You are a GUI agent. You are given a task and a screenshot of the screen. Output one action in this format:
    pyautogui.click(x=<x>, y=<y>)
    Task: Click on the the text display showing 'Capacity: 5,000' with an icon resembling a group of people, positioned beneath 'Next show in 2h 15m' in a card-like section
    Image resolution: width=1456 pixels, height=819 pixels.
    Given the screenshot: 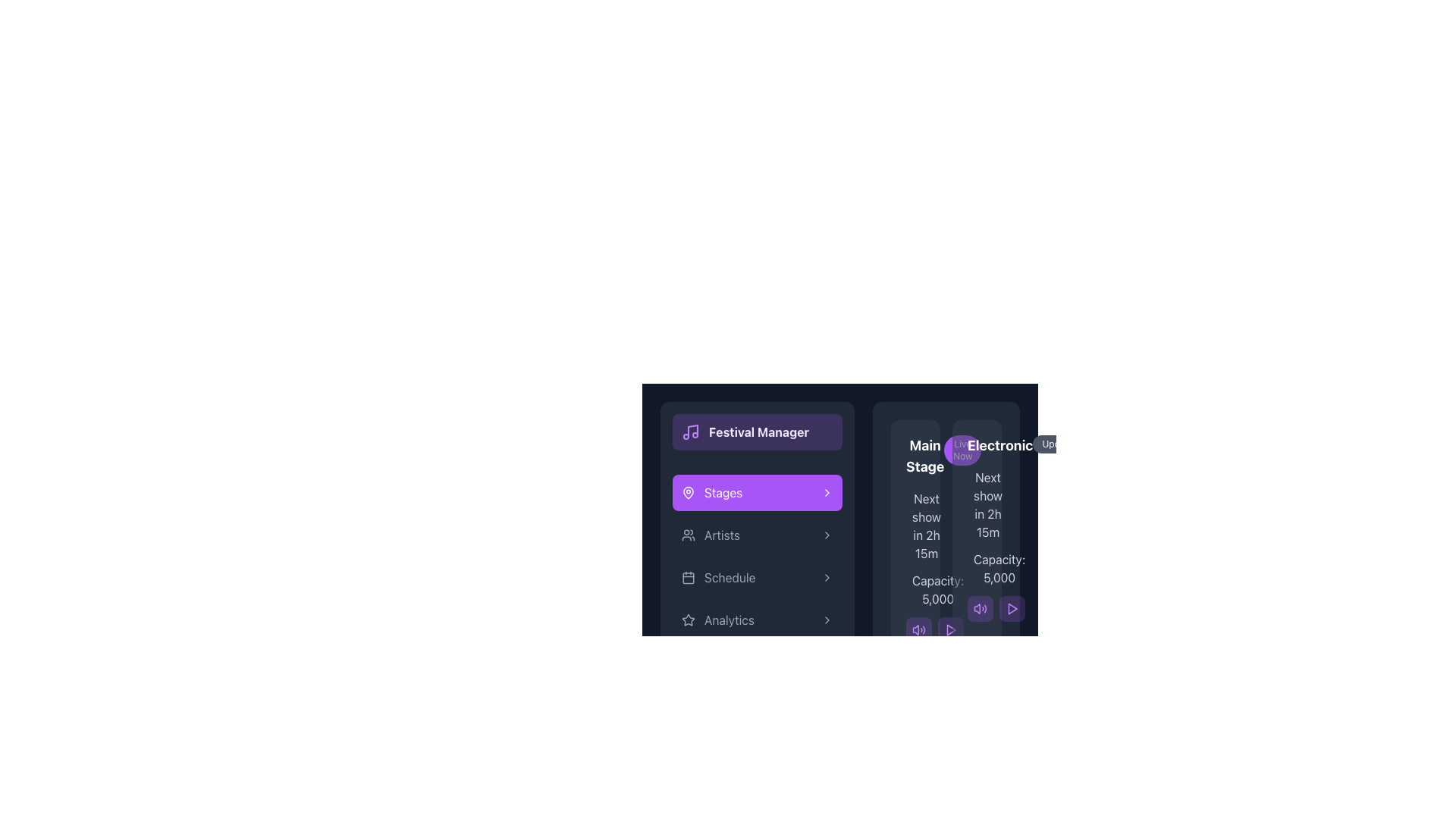 What is the action you would take?
    pyautogui.click(x=915, y=589)
    